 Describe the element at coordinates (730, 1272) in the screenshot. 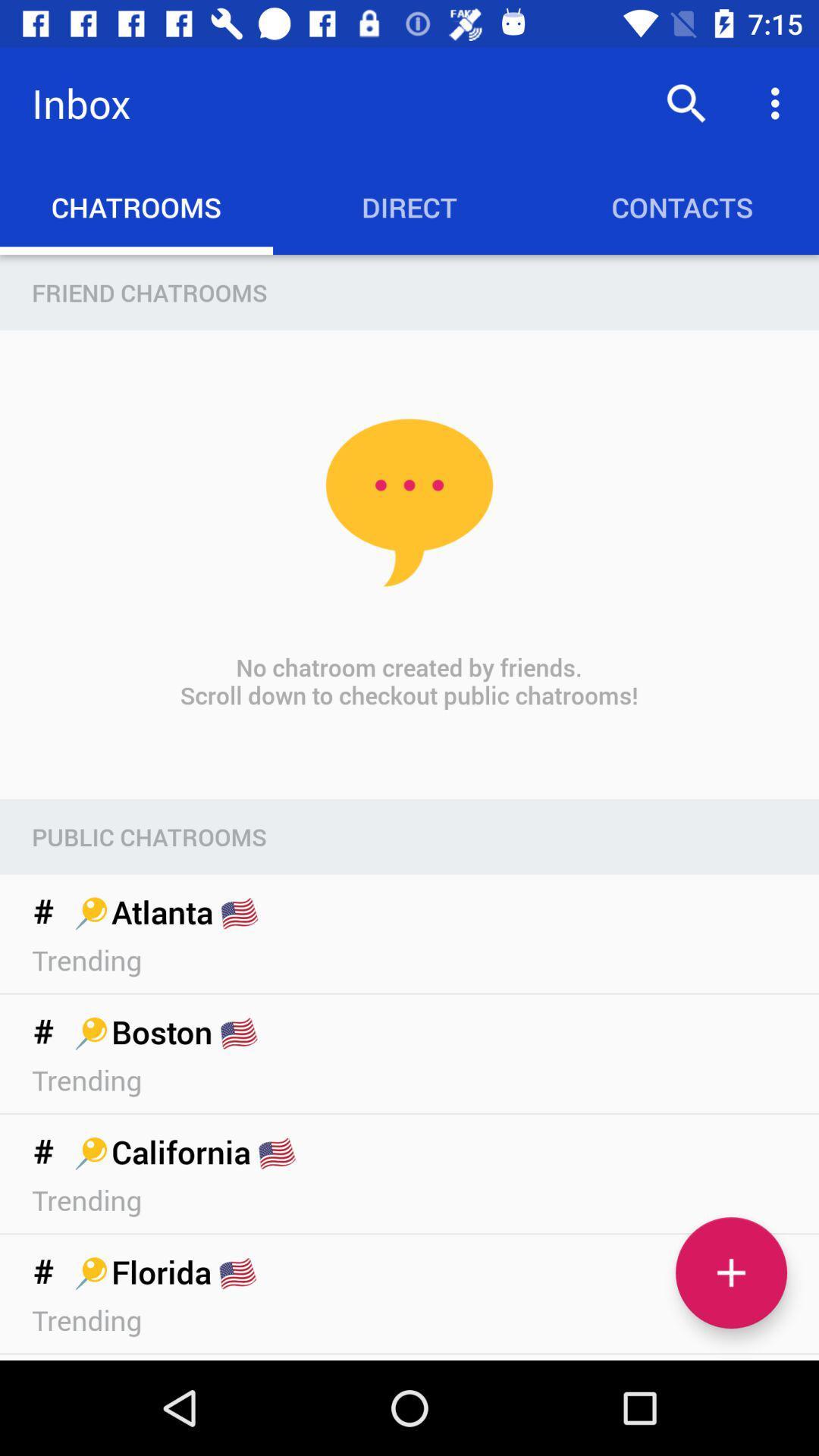

I see `item at the bottom right corner` at that location.